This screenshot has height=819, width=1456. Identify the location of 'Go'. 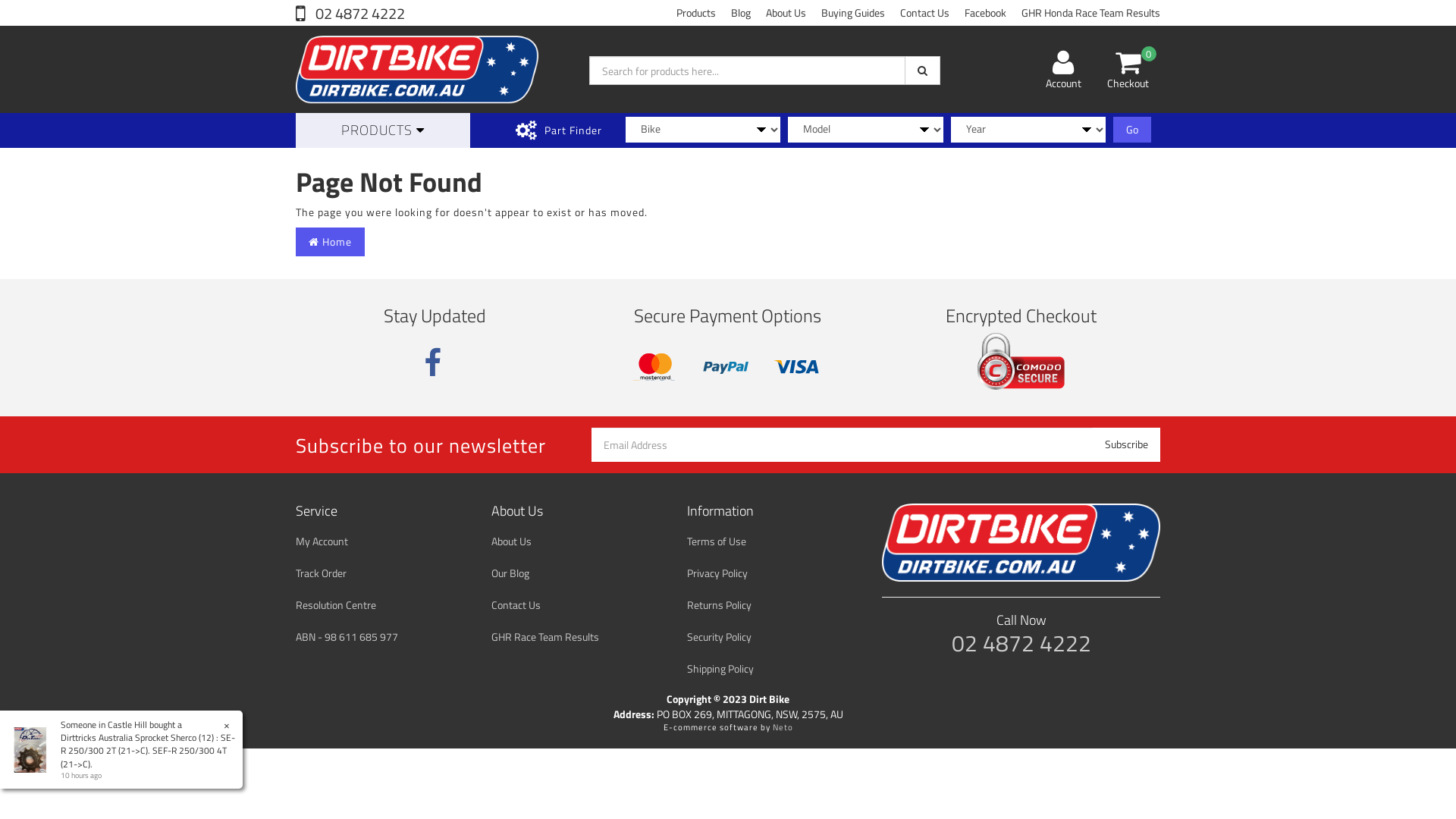
(1131, 128).